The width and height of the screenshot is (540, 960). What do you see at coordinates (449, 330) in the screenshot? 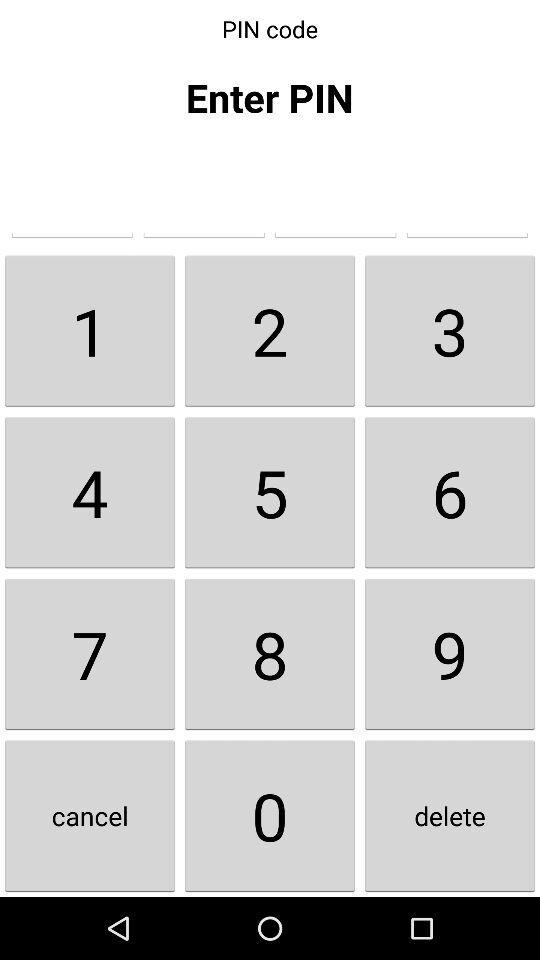
I see `the item to the right of the 2` at bounding box center [449, 330].